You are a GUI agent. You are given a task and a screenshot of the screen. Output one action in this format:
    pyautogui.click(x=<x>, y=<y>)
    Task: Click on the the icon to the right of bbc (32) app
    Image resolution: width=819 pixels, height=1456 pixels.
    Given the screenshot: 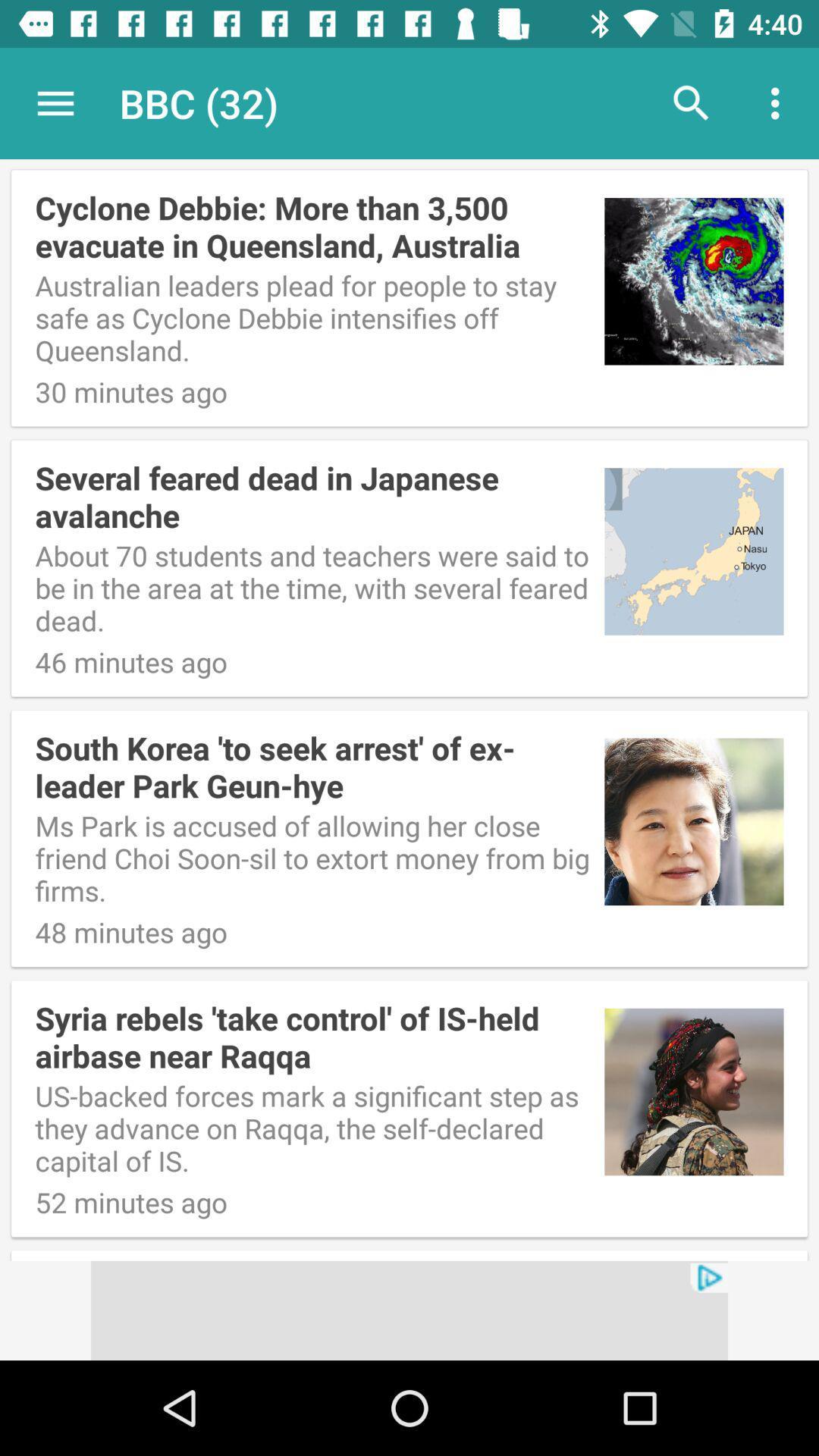 What is the action you would take?
    pyautogui.click(x=691, y=102)
    